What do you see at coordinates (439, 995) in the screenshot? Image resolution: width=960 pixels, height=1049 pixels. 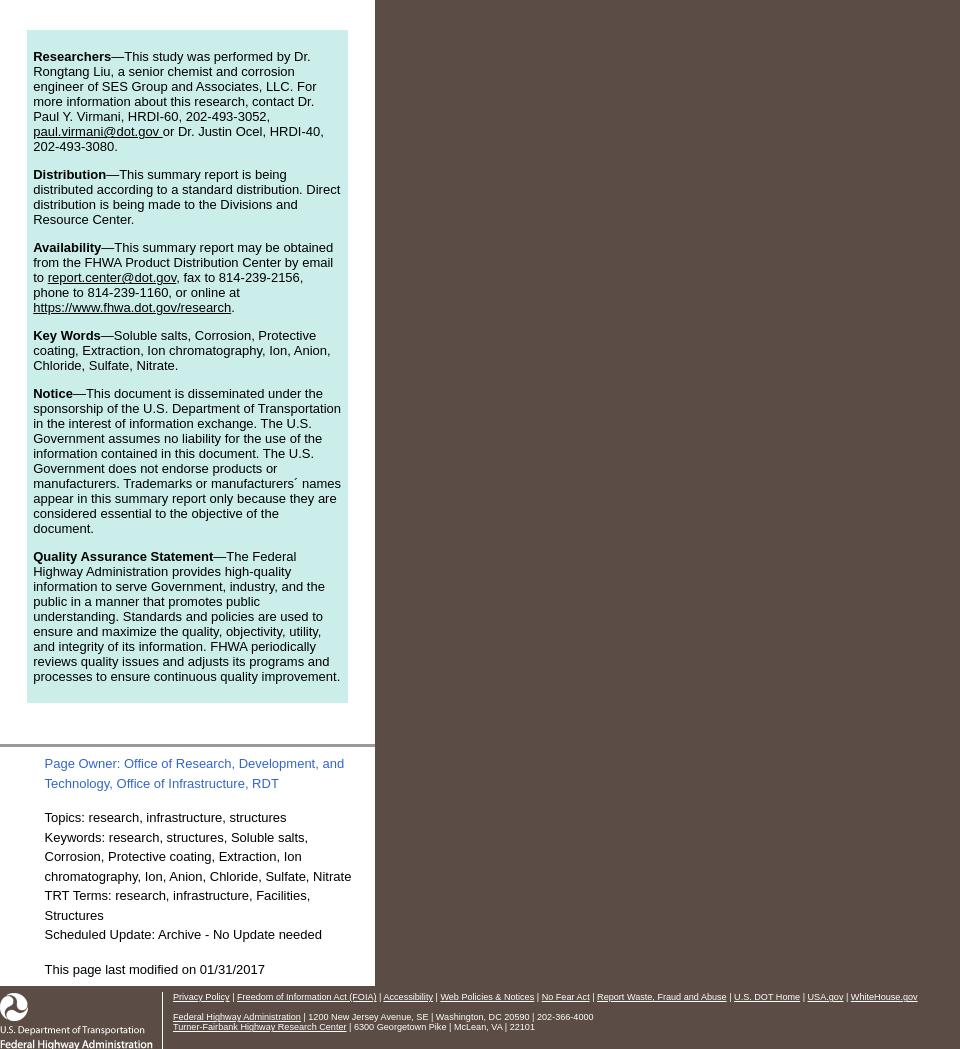 I see `'Web Policies & Notices'` at bounding box center [439, 995].